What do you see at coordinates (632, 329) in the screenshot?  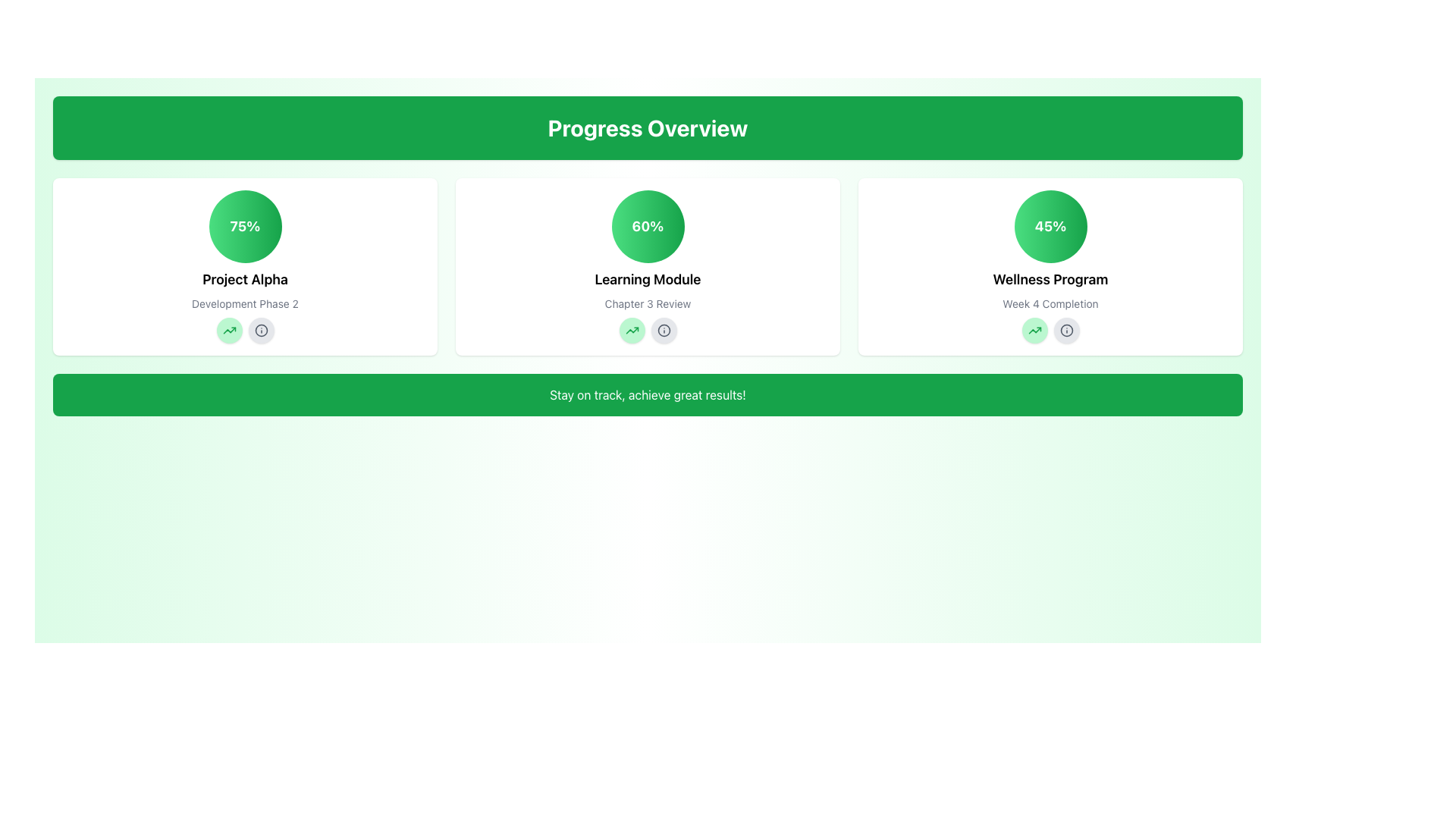 I see `the upward arrow SVG icon, which is characterized by a bold green stroke and represents progress, located beneath the 'Project Alpha' section` at bounding box center [632, 329].